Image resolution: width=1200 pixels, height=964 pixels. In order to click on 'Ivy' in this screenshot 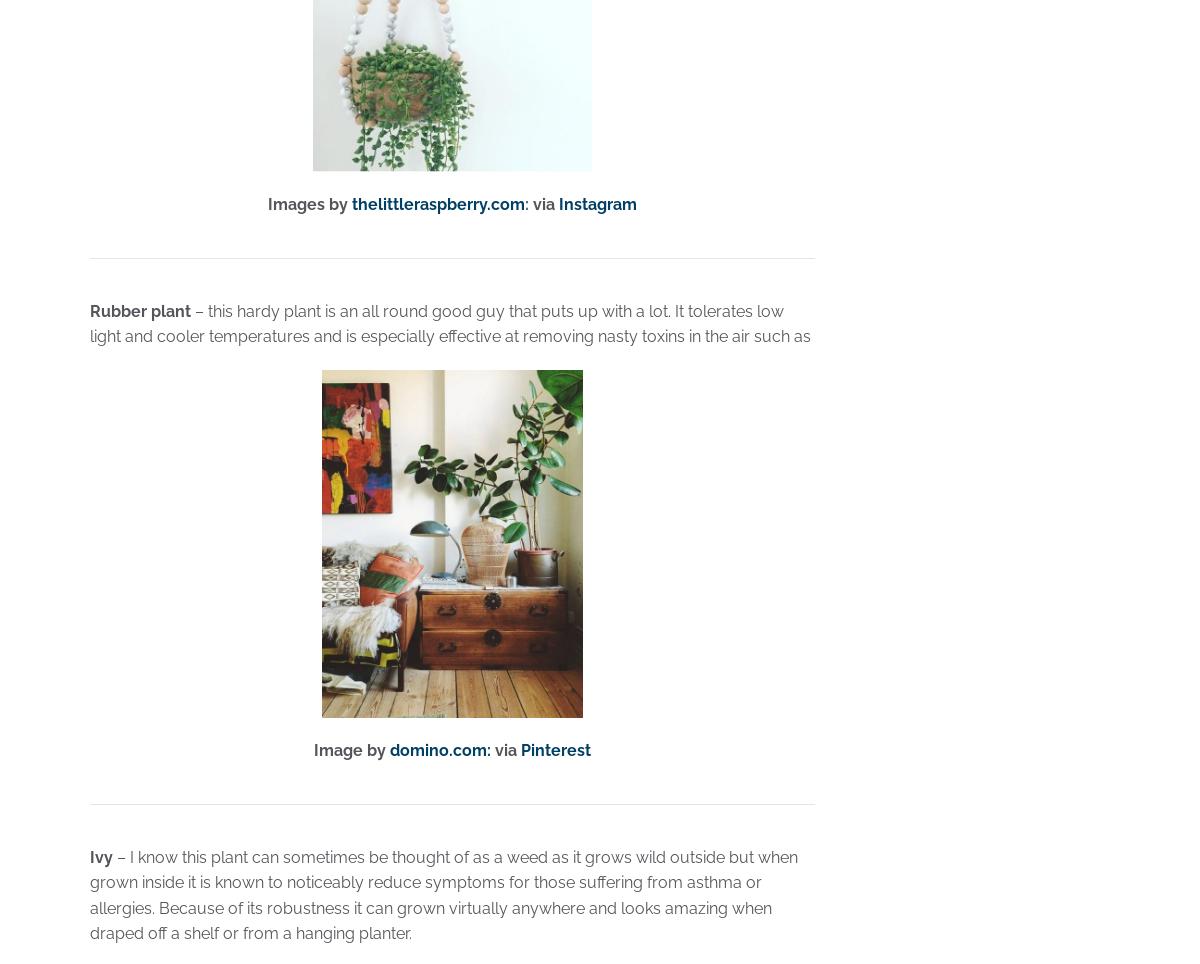, I will do `click(101, 856)`.